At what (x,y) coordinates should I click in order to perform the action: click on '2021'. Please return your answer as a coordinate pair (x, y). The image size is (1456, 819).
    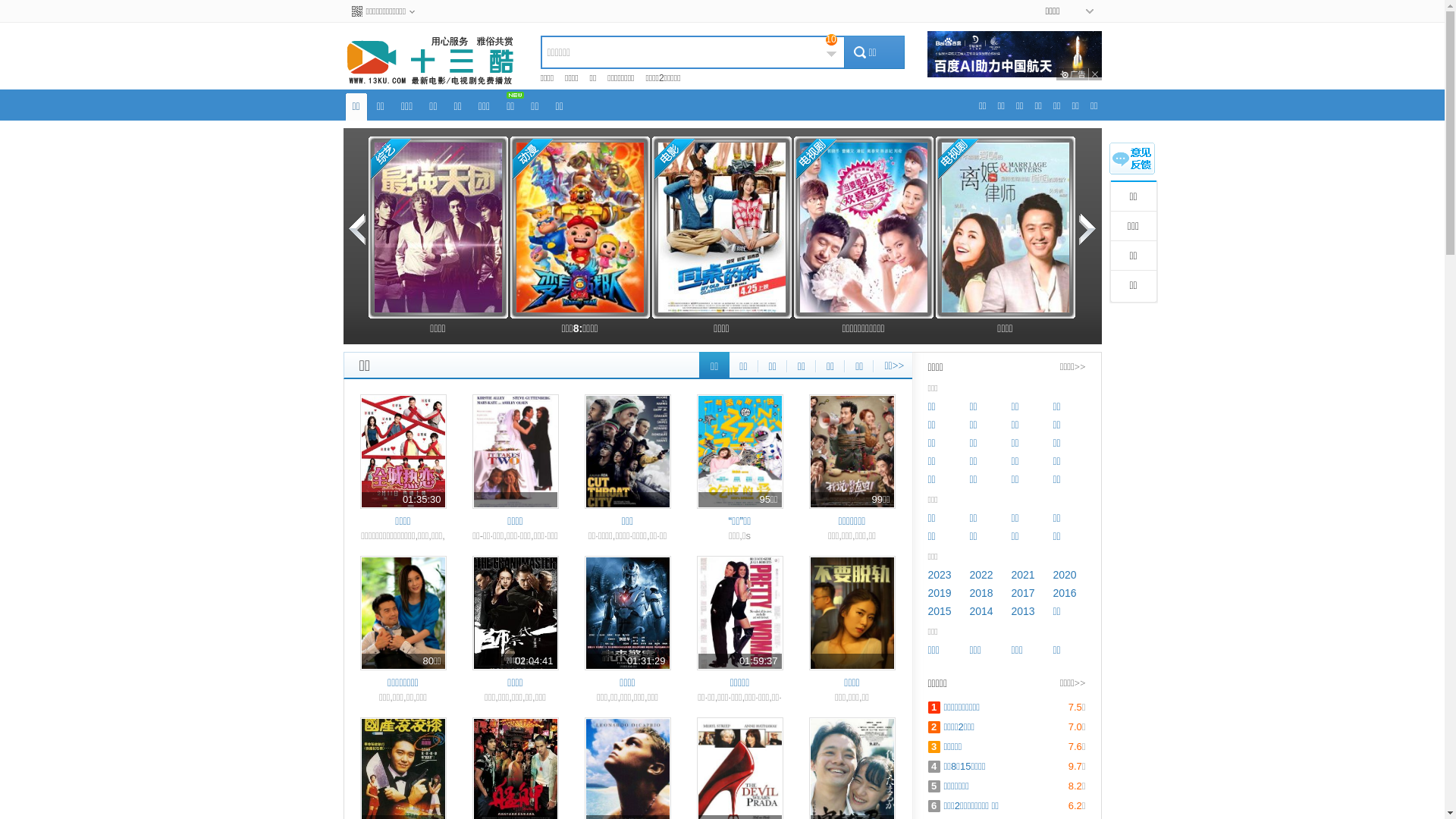
    Looking at the image, I should click on (1023, 575).